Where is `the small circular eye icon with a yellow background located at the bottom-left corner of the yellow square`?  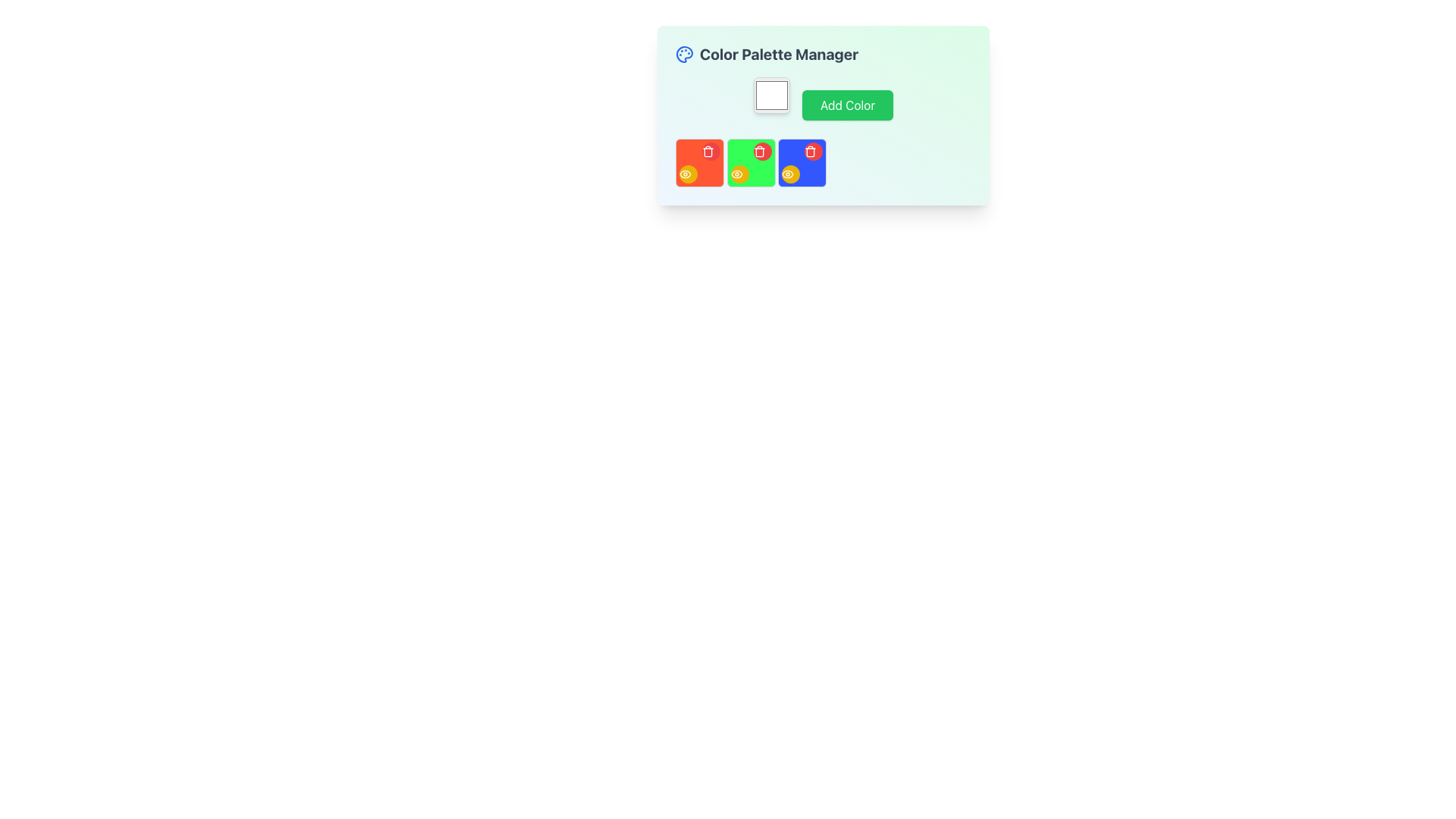
the small circular eye icon with a yellow background located at the bottom-left corner of the yellow square is located at coordinates (736, 174).